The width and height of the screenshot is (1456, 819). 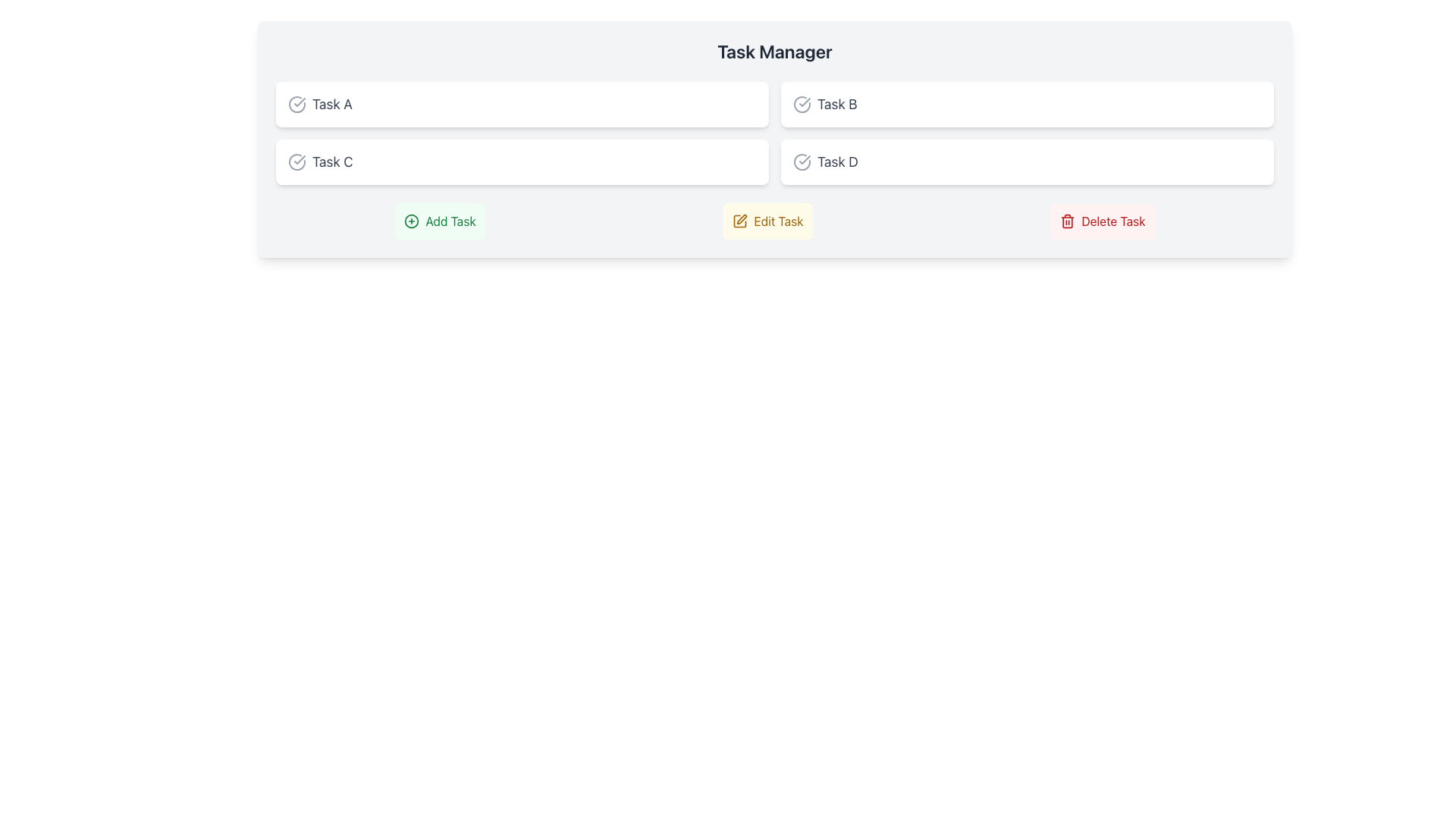 What do you see at coordinates (775, 51) in the screenshot?
I see `the header text element that serves as the title for the task management system` at bounding box center [775, 51].